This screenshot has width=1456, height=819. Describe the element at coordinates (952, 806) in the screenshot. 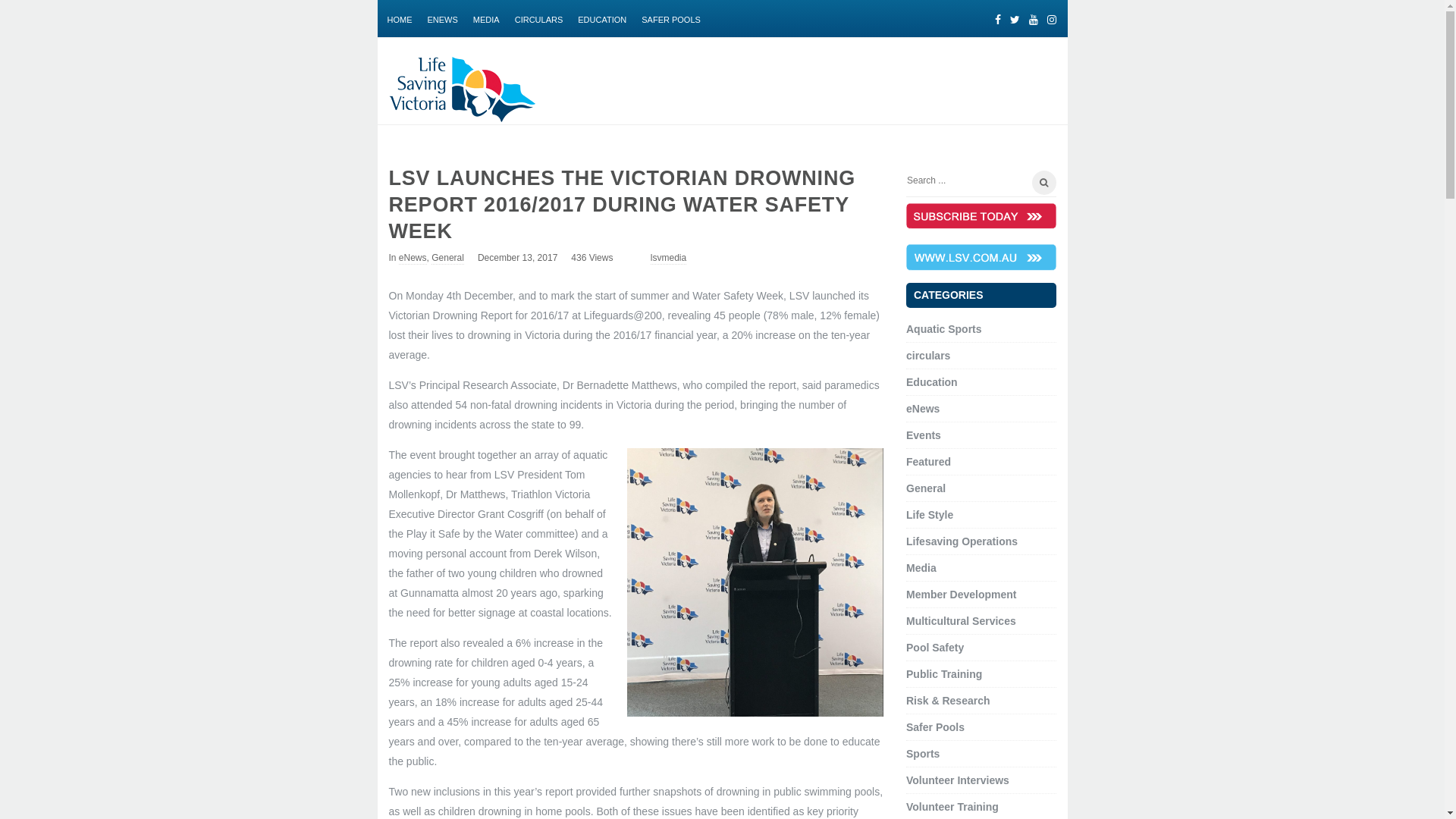

I see `'Volunteer Training'` at that location.